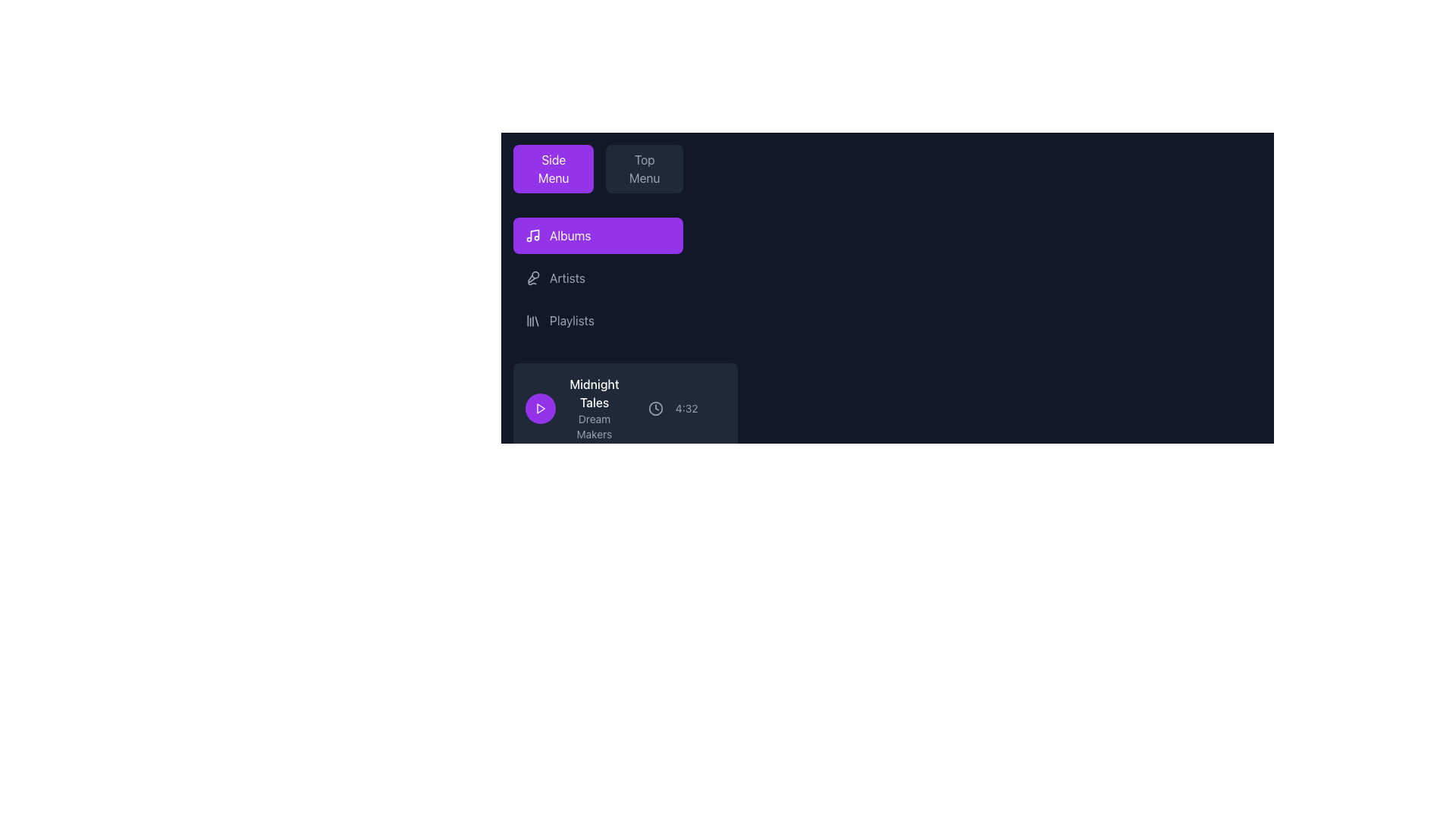 The height and width of the screenshot is (819, 1456). What do you see at coordinates (570, 236) in the screenshot?
I see `the 'Albums' text label within the purple button-like component` at bounding box center [570, 236].